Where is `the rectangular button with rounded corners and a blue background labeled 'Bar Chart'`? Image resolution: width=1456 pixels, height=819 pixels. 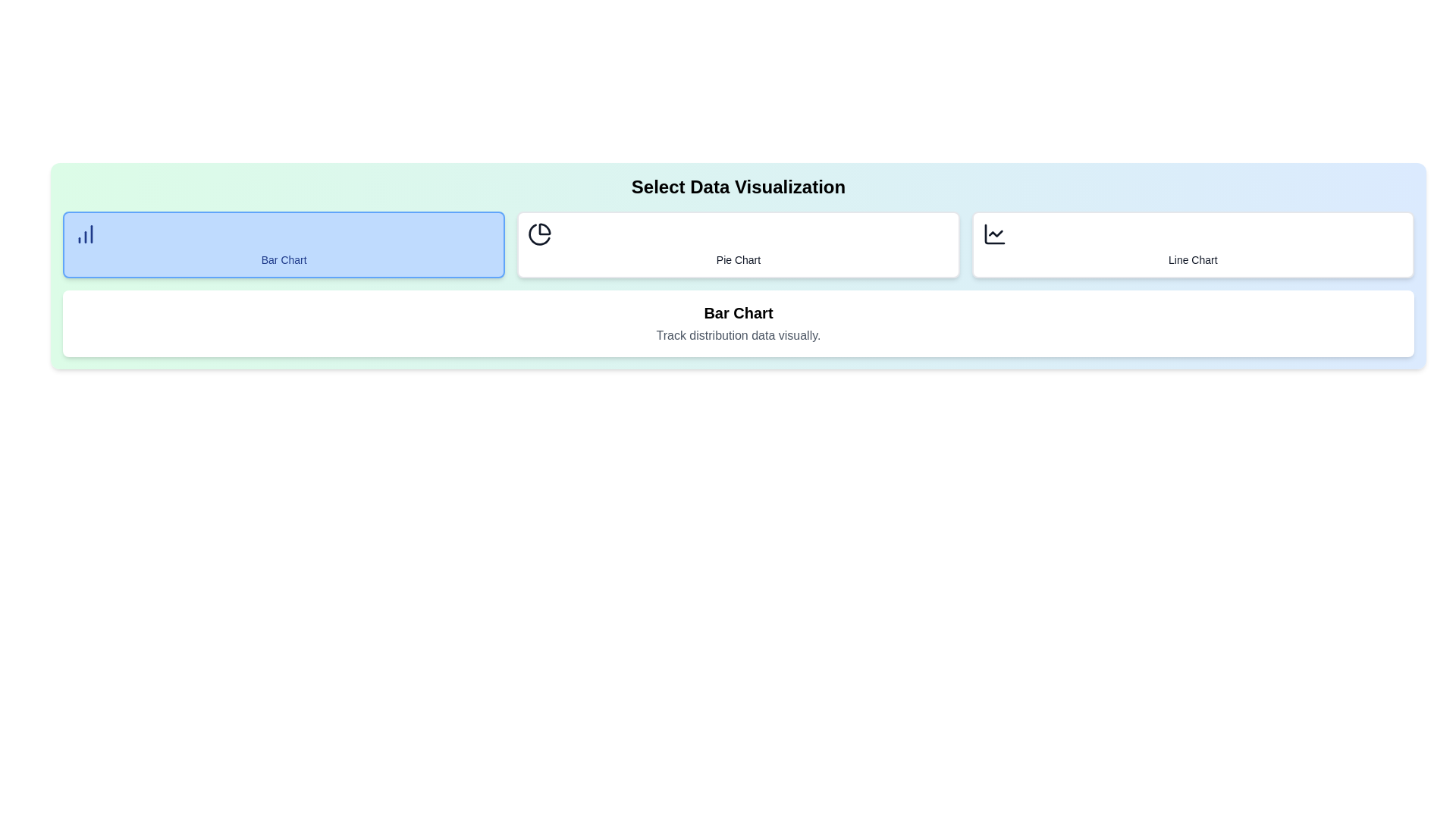
the rectangular button with rounded corners and a blue background labeled 'Bar Chart' is located at coordinates (284, 244).